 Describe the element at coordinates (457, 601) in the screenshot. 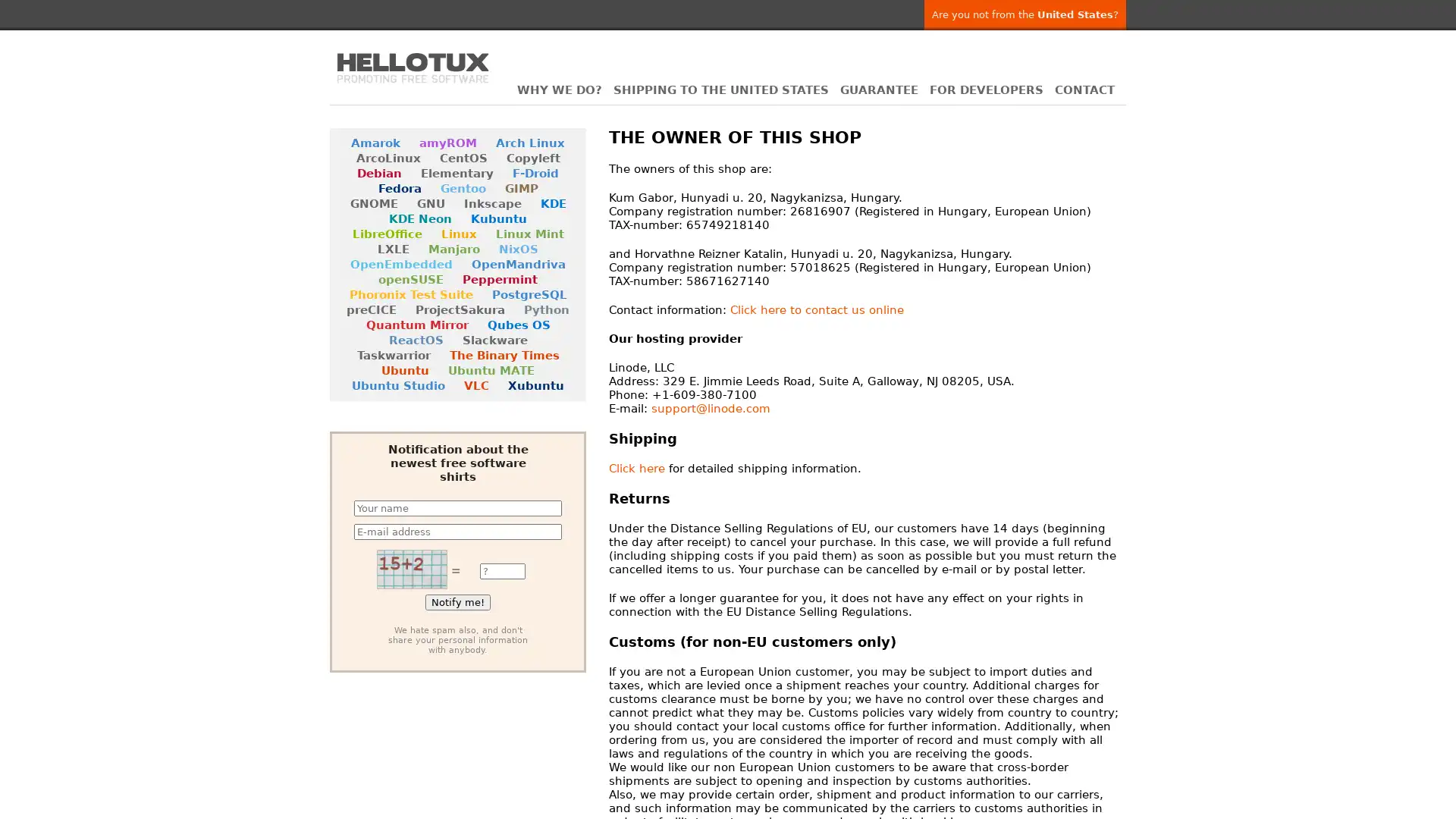

I see `Notify me!` at that location.